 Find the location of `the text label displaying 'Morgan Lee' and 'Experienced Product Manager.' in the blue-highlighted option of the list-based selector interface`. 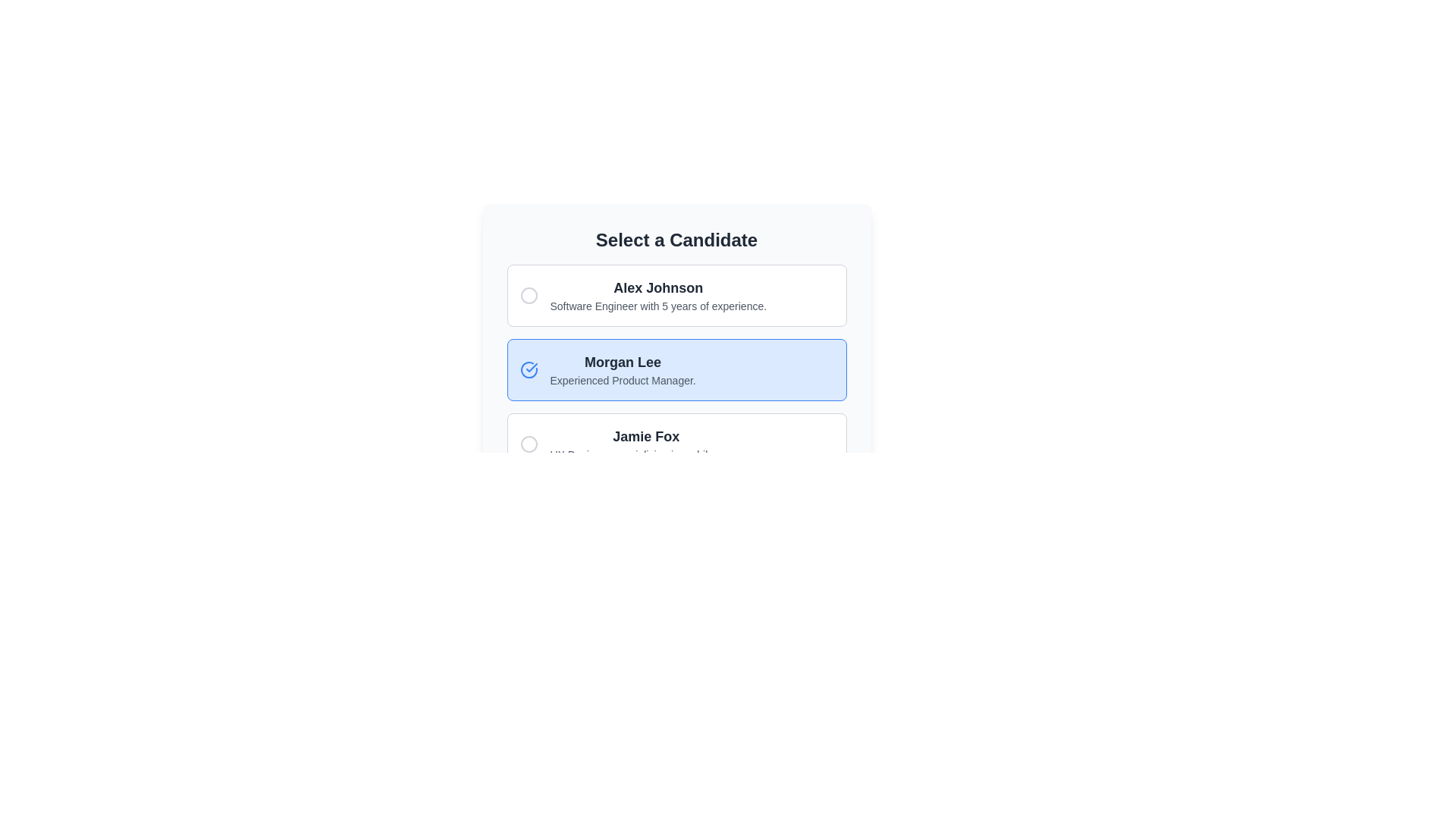

the text label displaying 'Morgan Lee' and 'Experienced Product Manager.' in the blue-highlighted option of the list-based selector interface is located at coordinates (623, 370).